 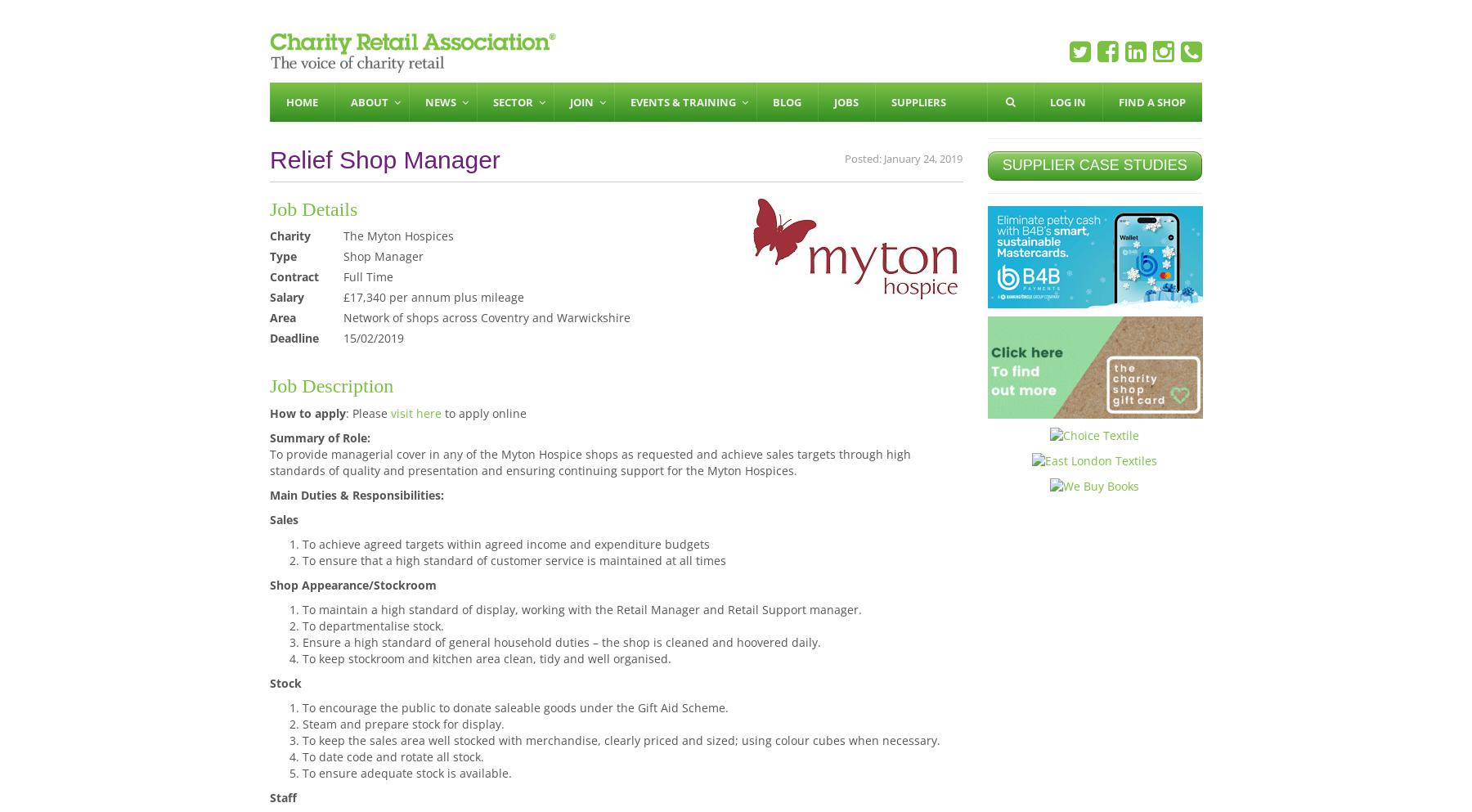 What do you see at coordinates (620, 739) in the screenshot?
I see `'To keep the sales area well stocked with merchandise, clearly priced and sized; using colour cubes when necessary.'` at bounding box center [620, 739].